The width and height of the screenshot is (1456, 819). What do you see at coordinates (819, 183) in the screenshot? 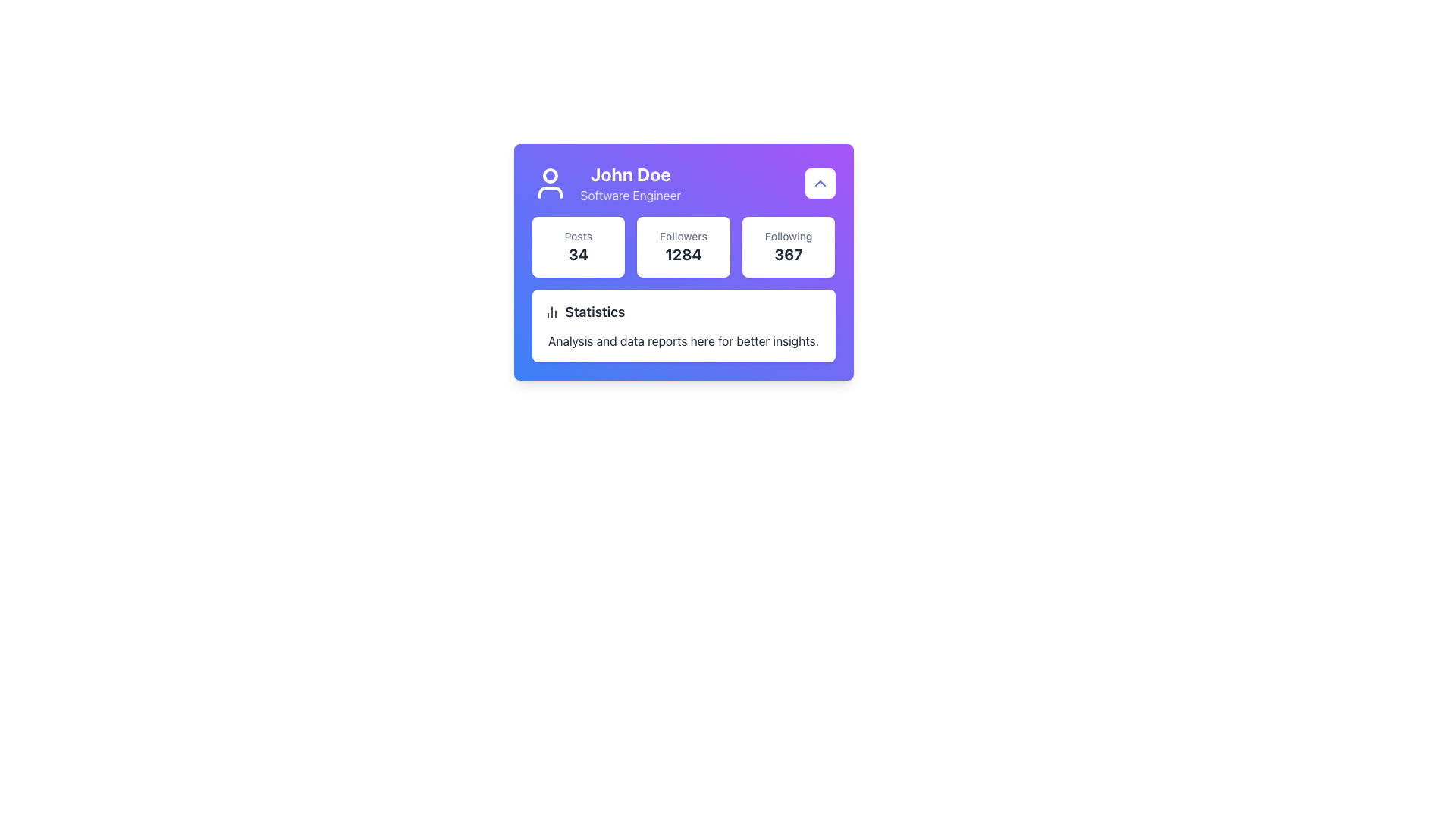
I see `the small button with a white background and indigo up-arrow icon located at the top-right corner of the card for 'John Doe, Software Engineer'` at bounding box center [819, 183].